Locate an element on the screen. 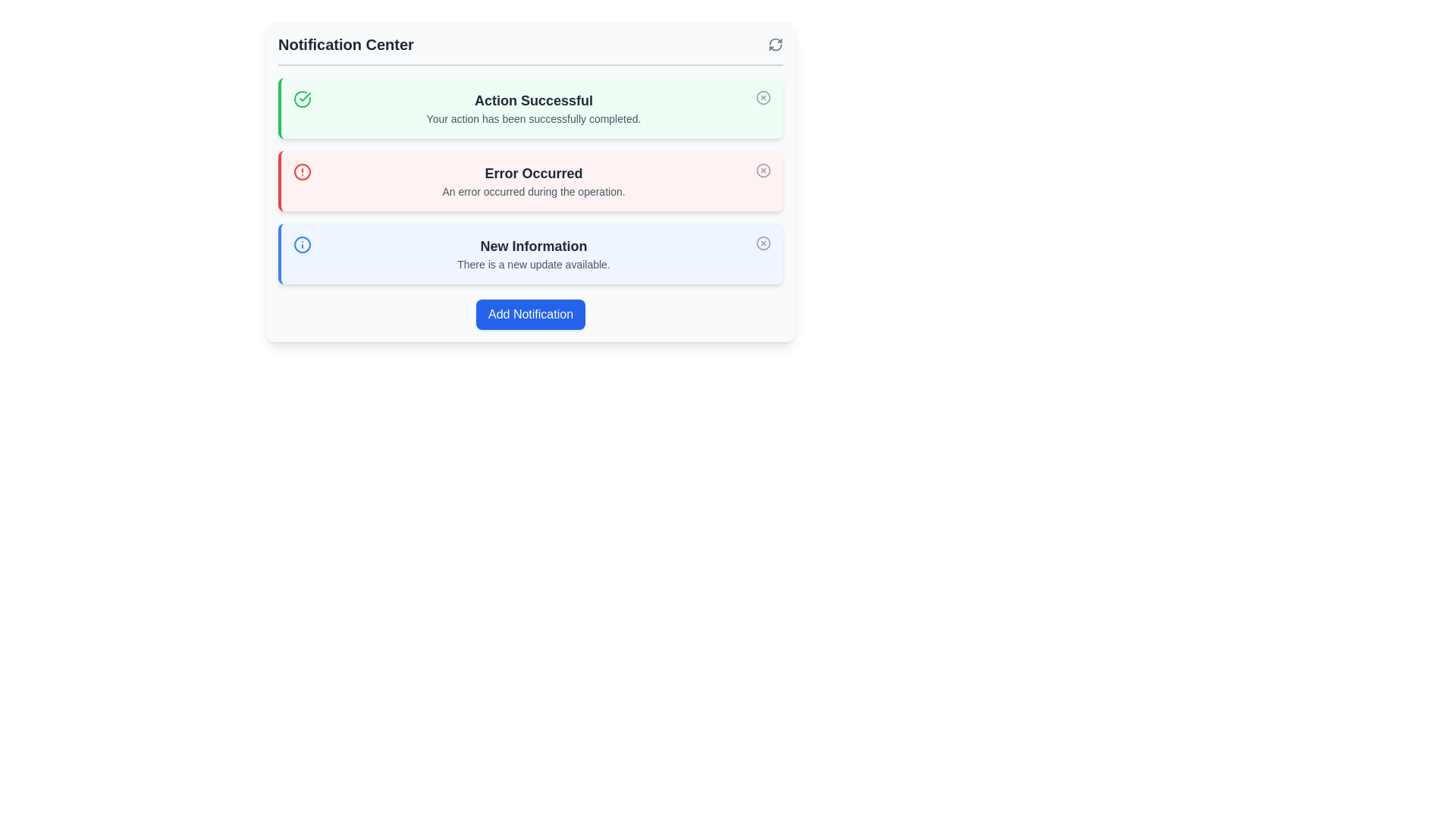 Image resolution: width=1456 pixels, height=819 pixels. the green circle icon with a checkmark, which is a success indicator located at the top-left corner of the 'Action Successful' notification card is located at coordinates (302, 99).